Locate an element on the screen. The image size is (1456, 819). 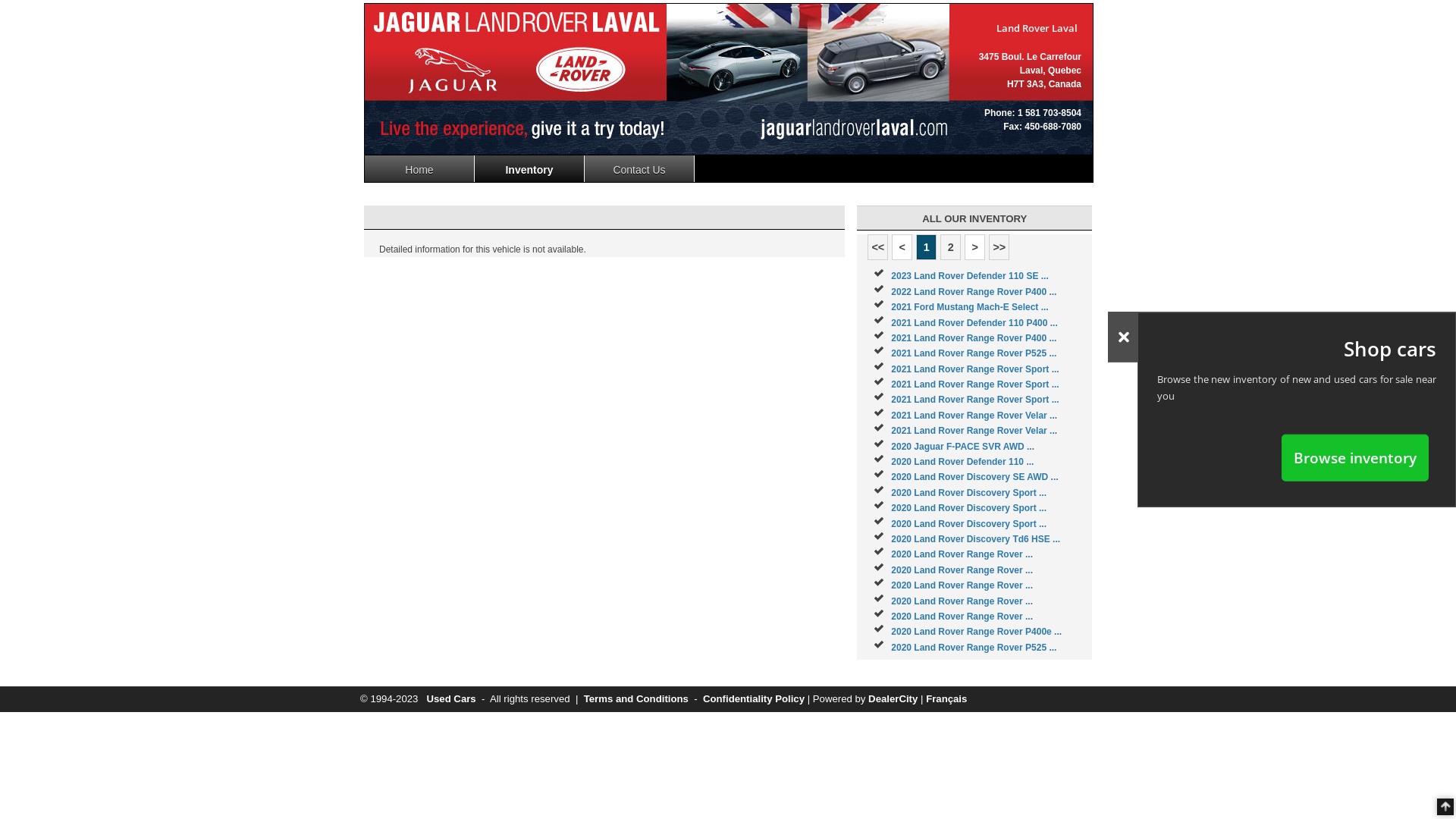
'2020 Land Rover Discovery Sport ...' is located at coordinates (968, 493).